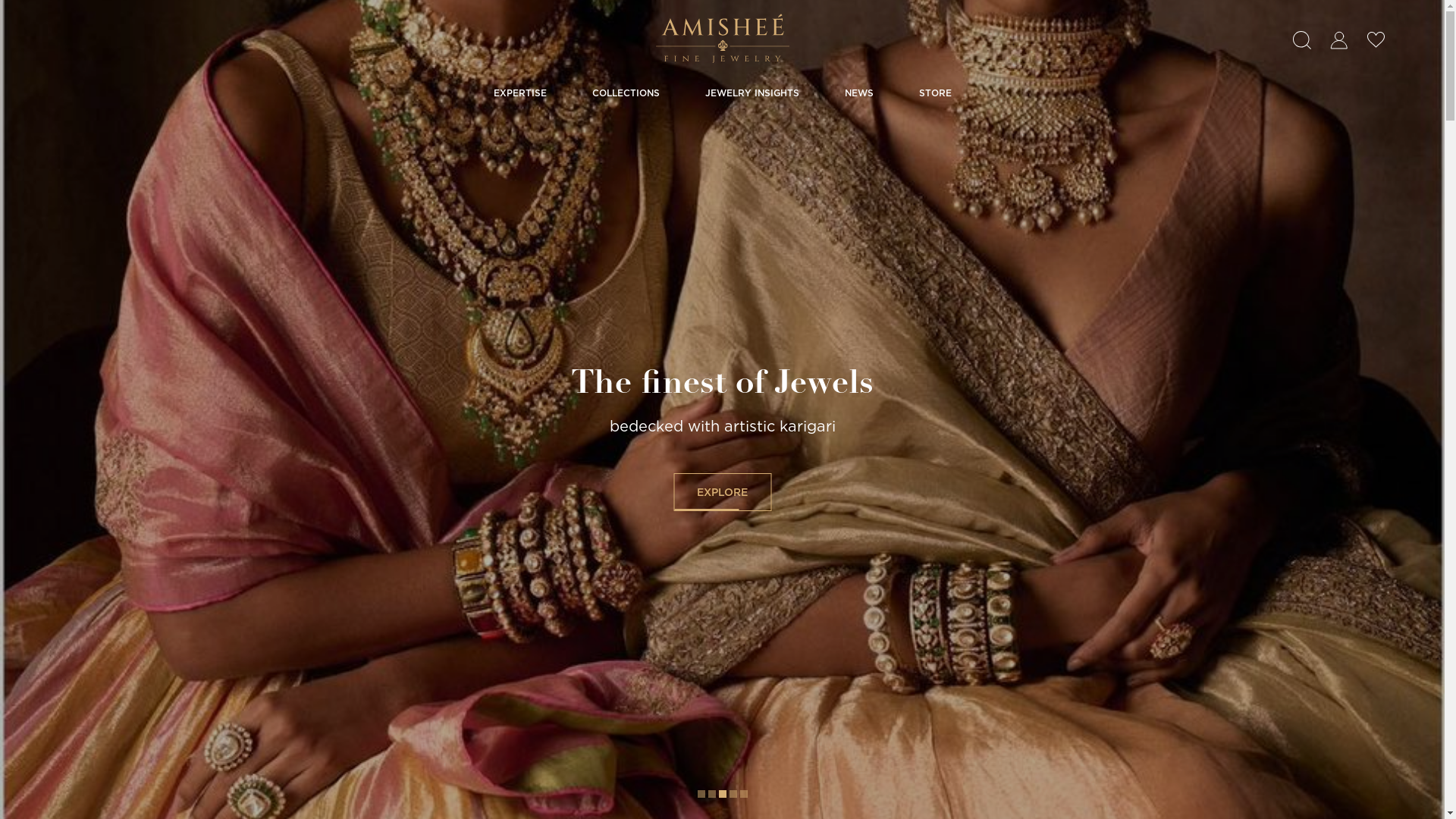 This screenshot has width=1456, height=819. I want to click on 'EXPERTISE', so click(519, 93).